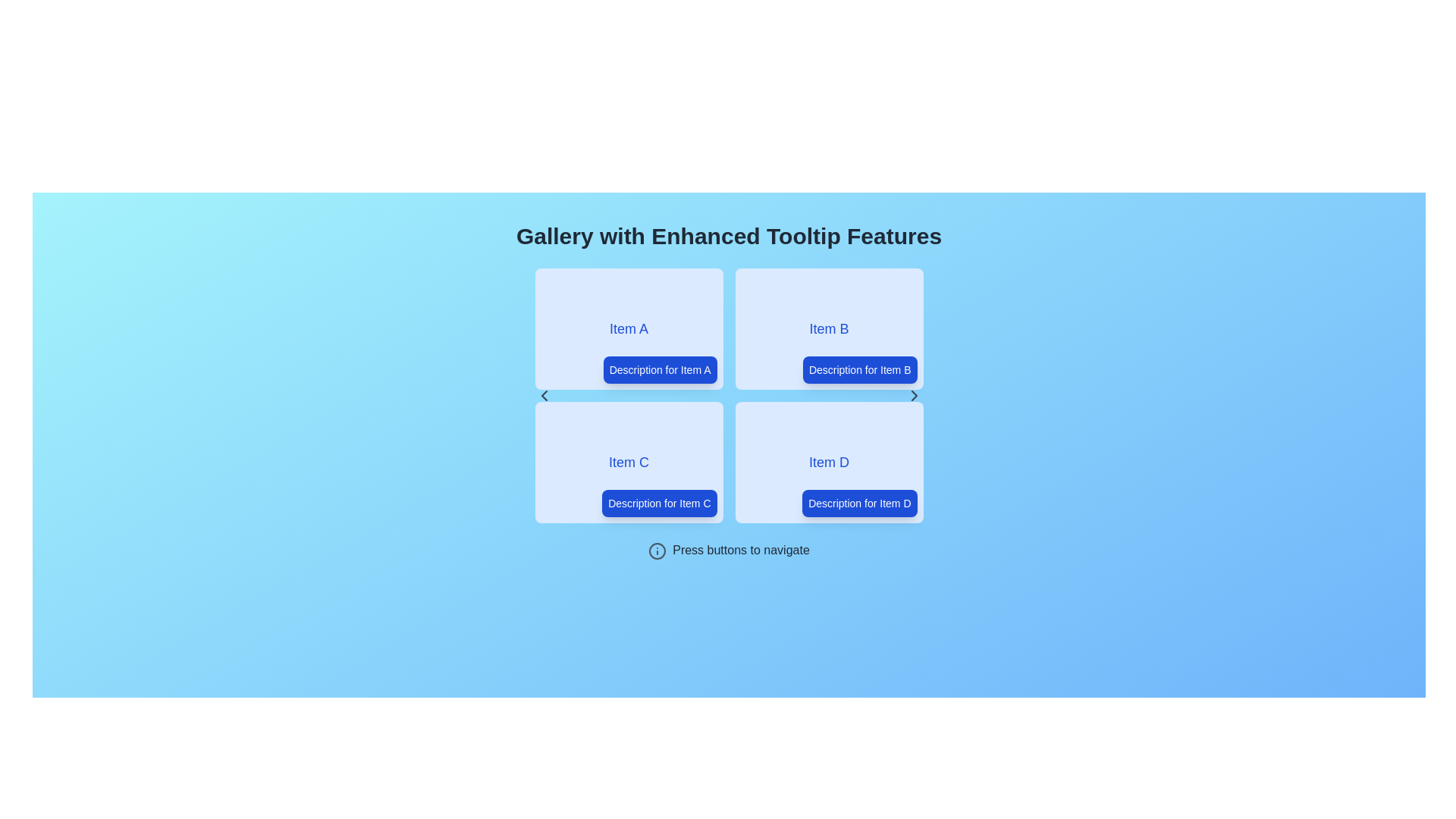 This screenshot has width=1456, height=819. What do you see at coordinates (659, 503) in the screenshot?
I see `the button located at the bottom-right corner of the card titled 'Item C'` at bounding box center [659, 503].